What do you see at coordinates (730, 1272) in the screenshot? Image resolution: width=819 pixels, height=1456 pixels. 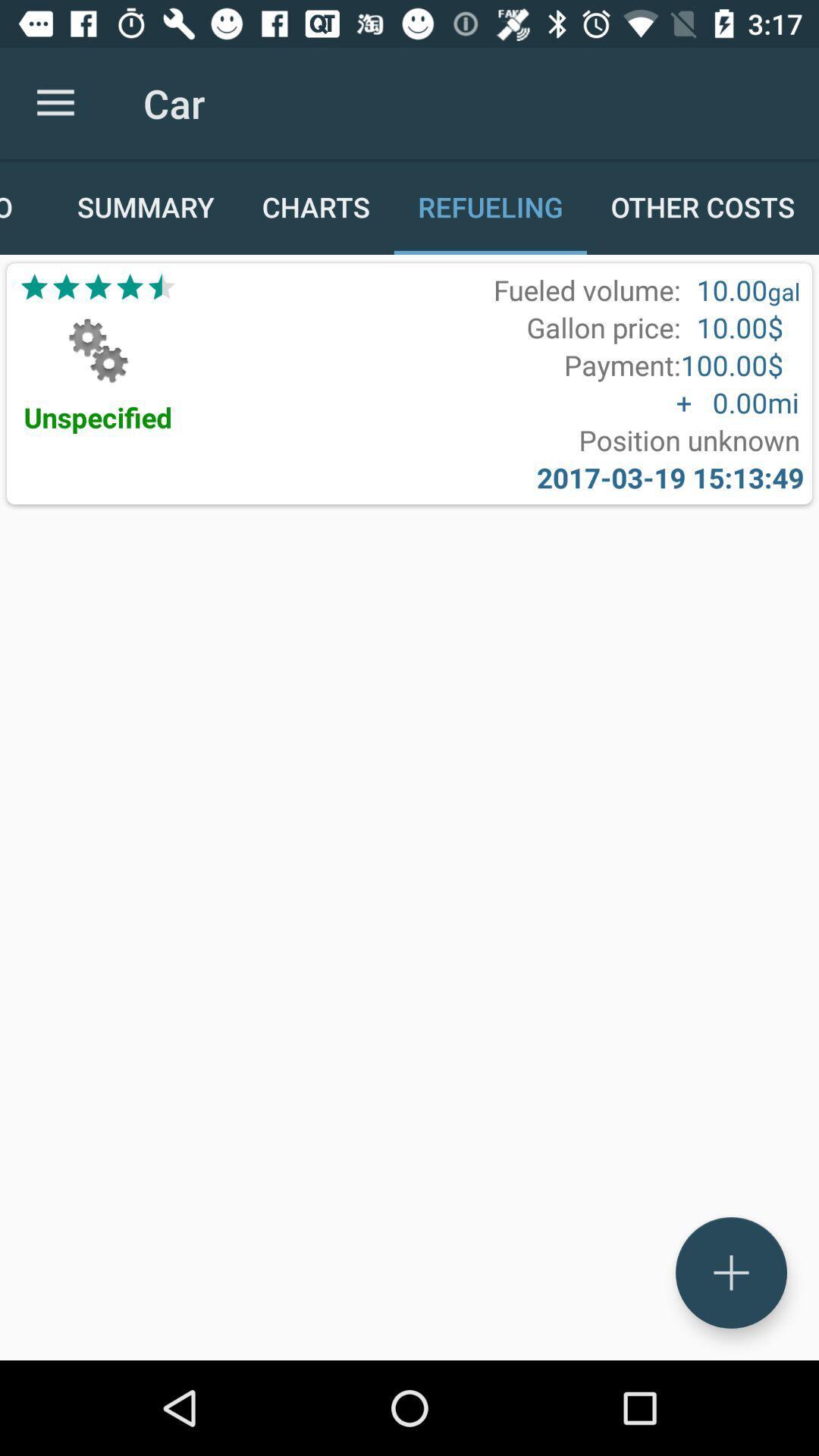 I see `fuel visit` at bounding box center [730, 1272].